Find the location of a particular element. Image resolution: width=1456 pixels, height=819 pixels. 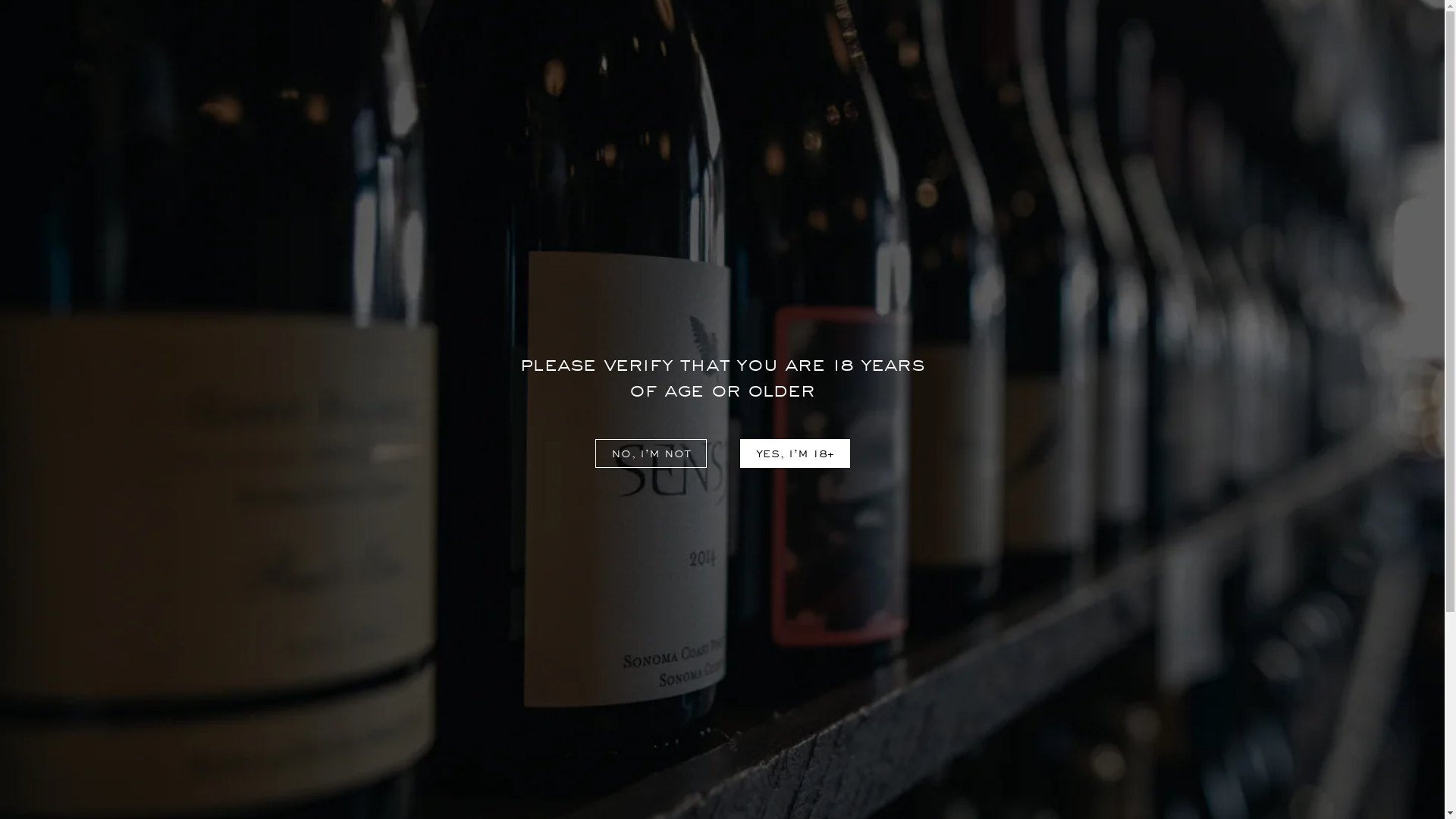

'Packs' is located at coordinates (921, 87).